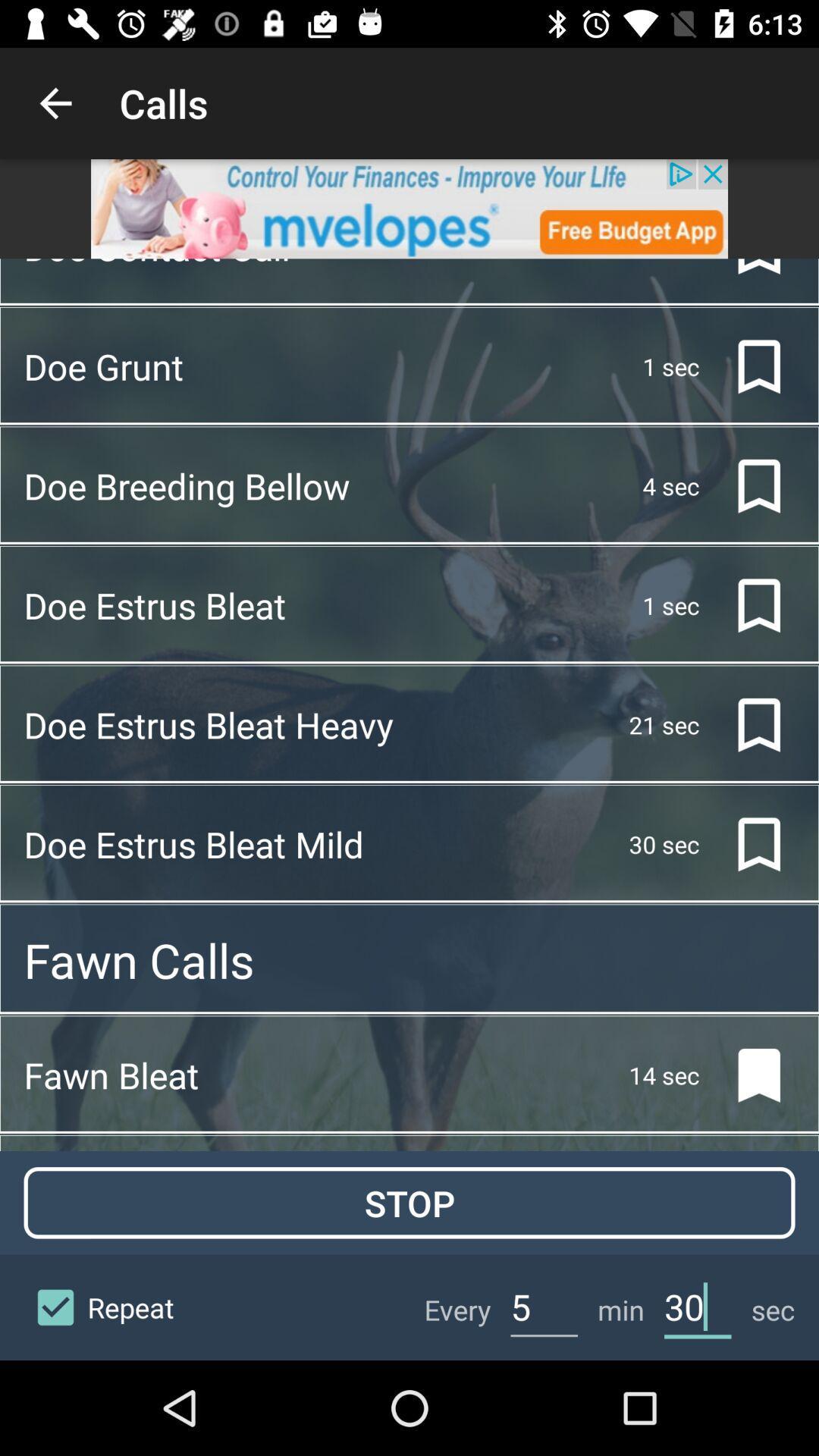 Image resolution: width=819 pixels, height=1456 pixels. What do you see at coordinates (746, 366) in the screenshot?
I see `the bookmark icon` at bounding box center [746, 366].